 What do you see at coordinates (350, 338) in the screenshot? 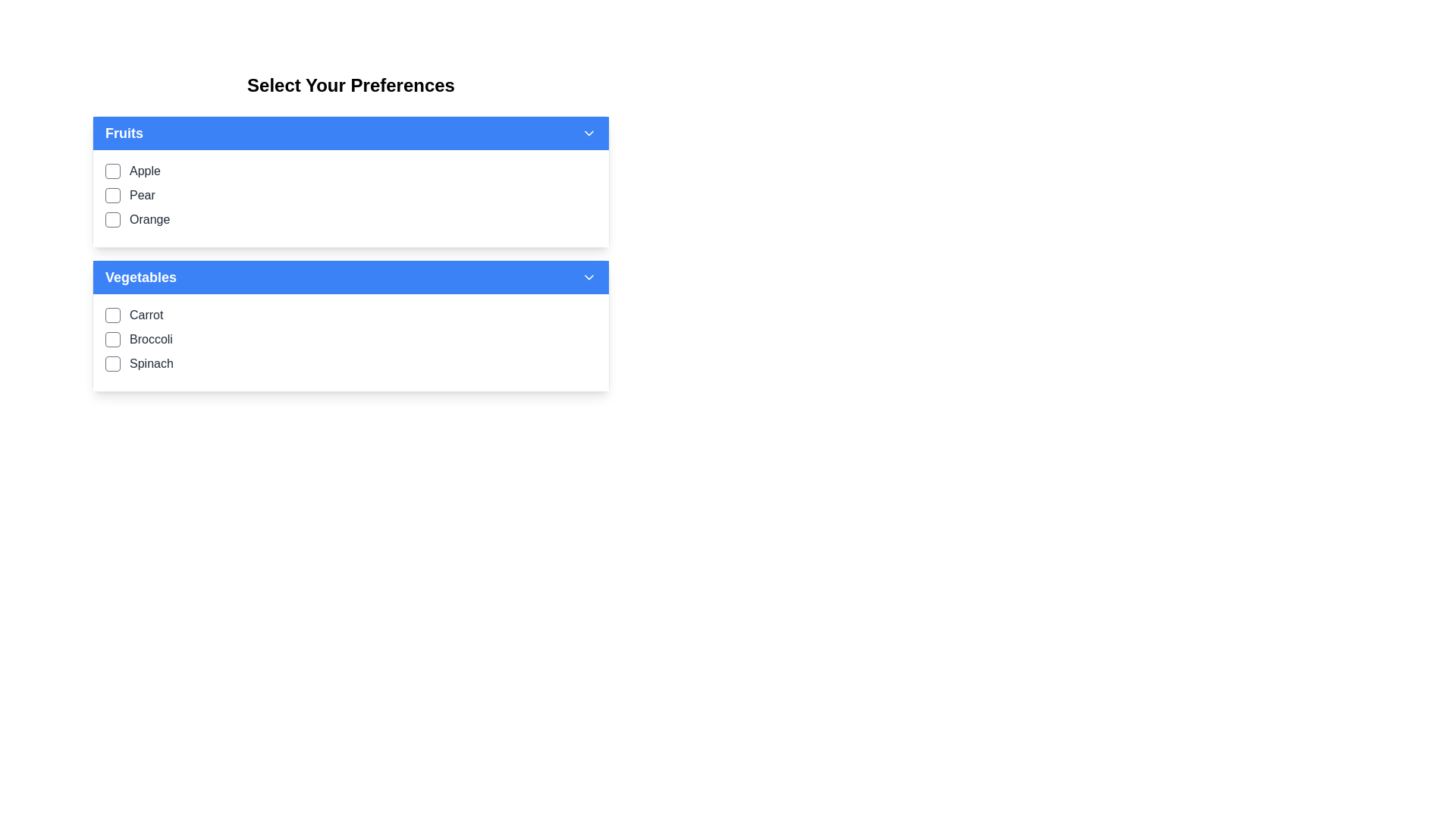
I see `the selectable list item for 'Broccoli' located in the 'Vegetables' section` at bounding box center [350, 338].